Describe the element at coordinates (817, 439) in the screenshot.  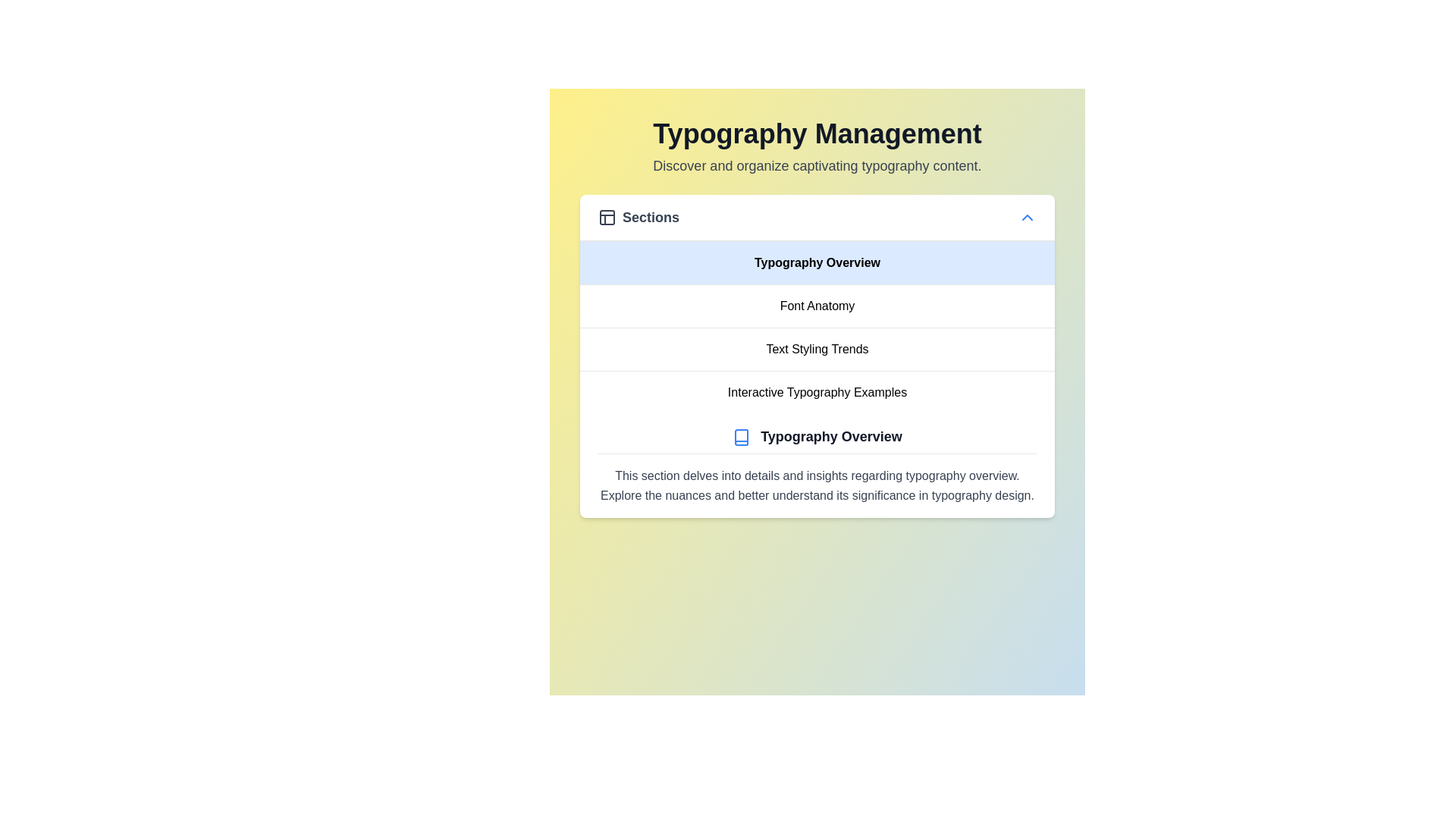
I see `the 'Typography Overview' text header, which is styled with a larger font size, bold weight, and dark gray color` at that location.